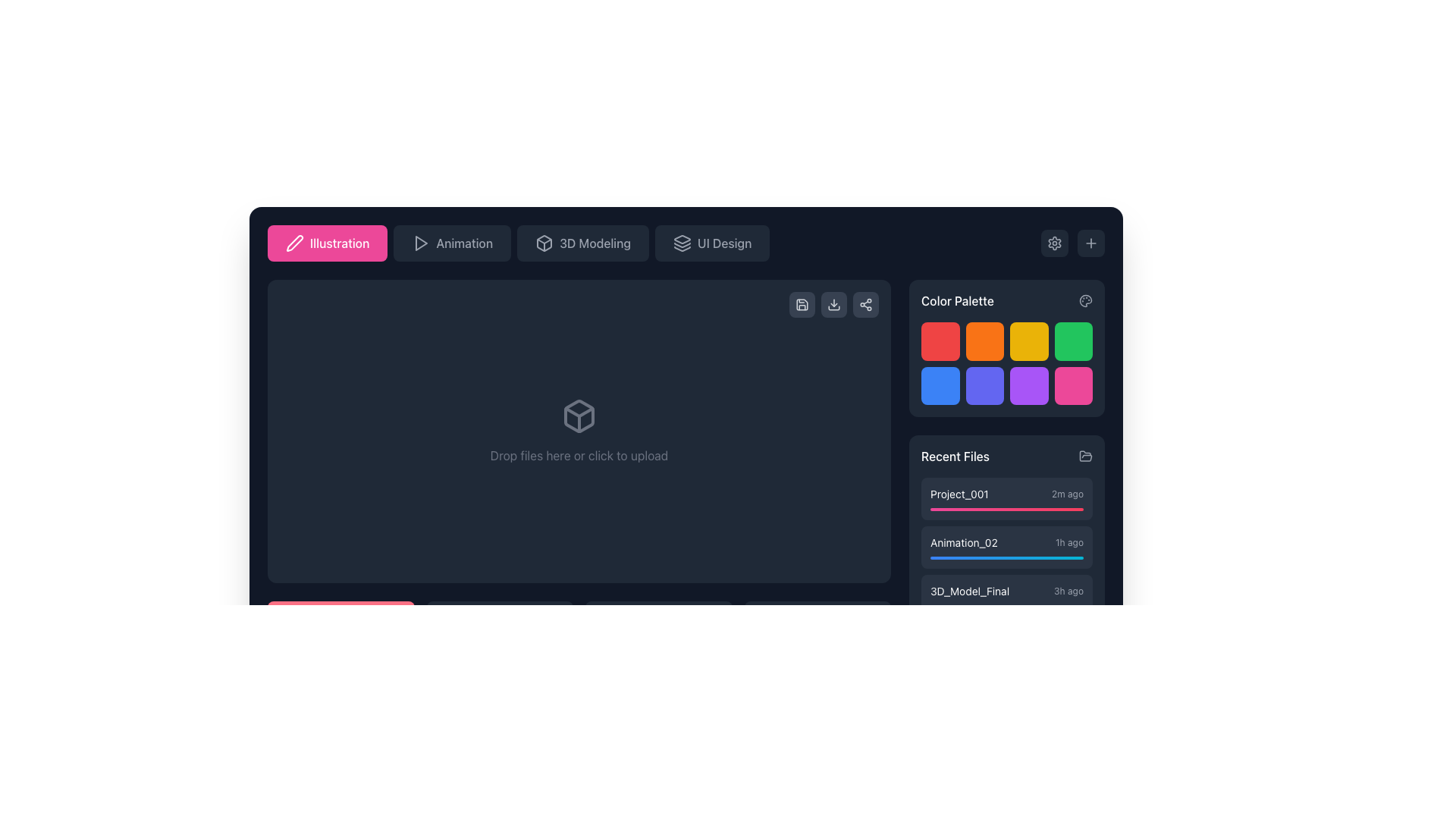 Image resolution: width=1456 pixels, height=819 pixels. What do you see at coordinates (1007, 362) in the screenshot?
I see `a colored tile in the Color Palette grid` at bounding box center [1007, 362].